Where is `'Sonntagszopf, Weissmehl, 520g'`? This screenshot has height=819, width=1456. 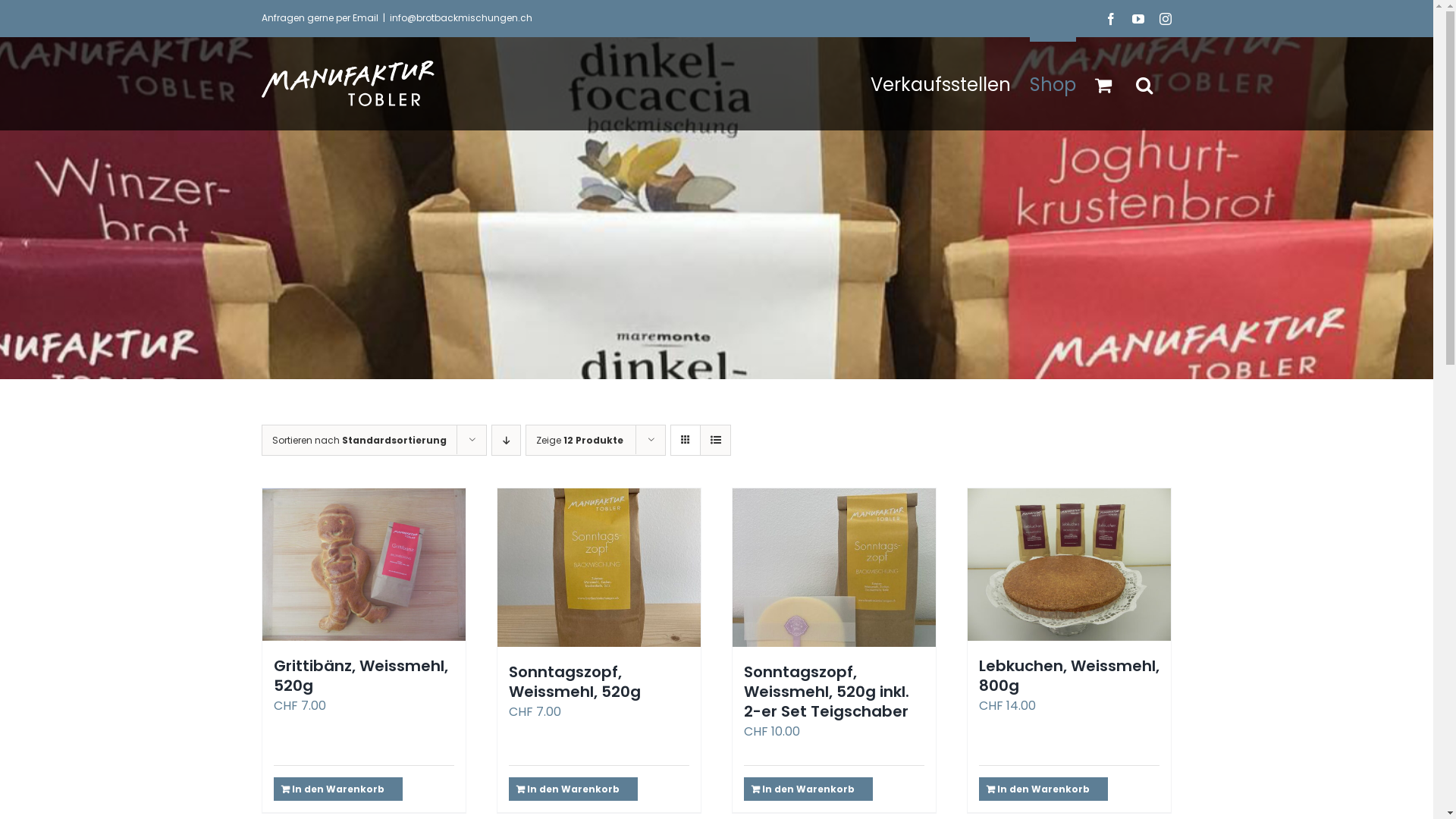
'Sonntagszopf, Weissmehl, 520g' is located at coordinates (509, 680).